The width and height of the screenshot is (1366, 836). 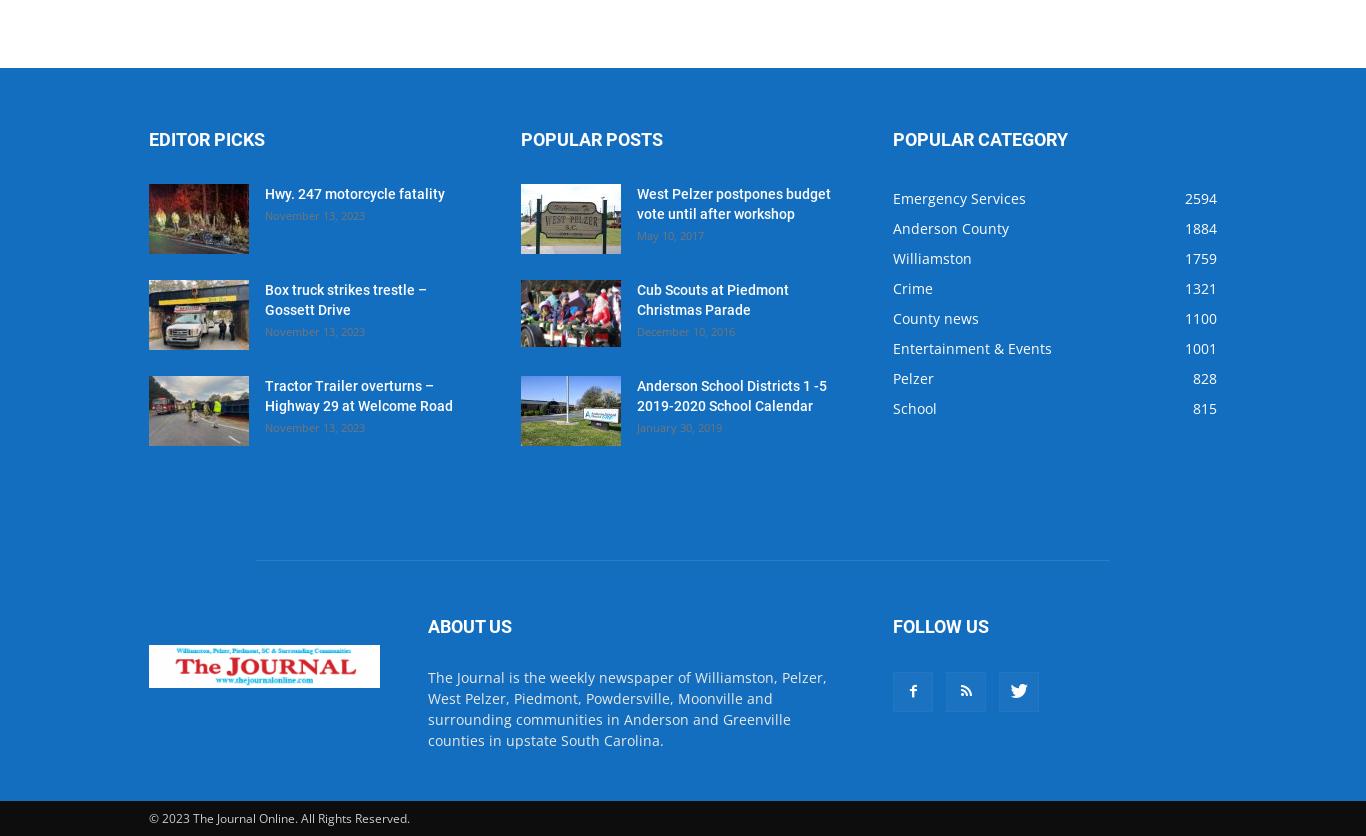 What do you see at coordinates (591, 138) in the screenshot?
I see `'POPULAR POSTS'` at bounding box center [591, 138].